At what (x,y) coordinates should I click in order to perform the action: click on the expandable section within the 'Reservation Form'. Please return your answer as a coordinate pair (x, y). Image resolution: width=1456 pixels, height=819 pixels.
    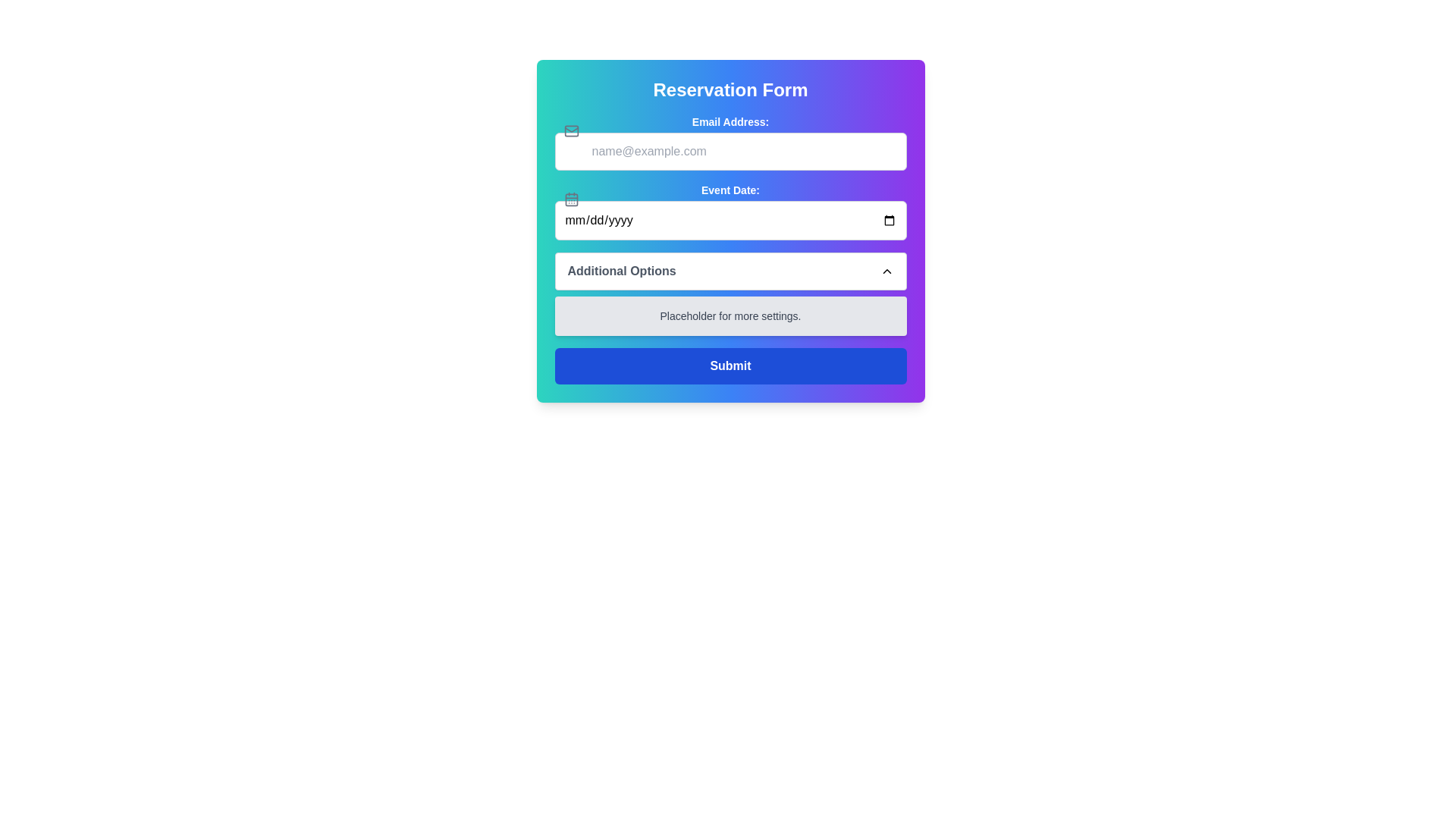
    Looking at the image, I should click on (730, 294).